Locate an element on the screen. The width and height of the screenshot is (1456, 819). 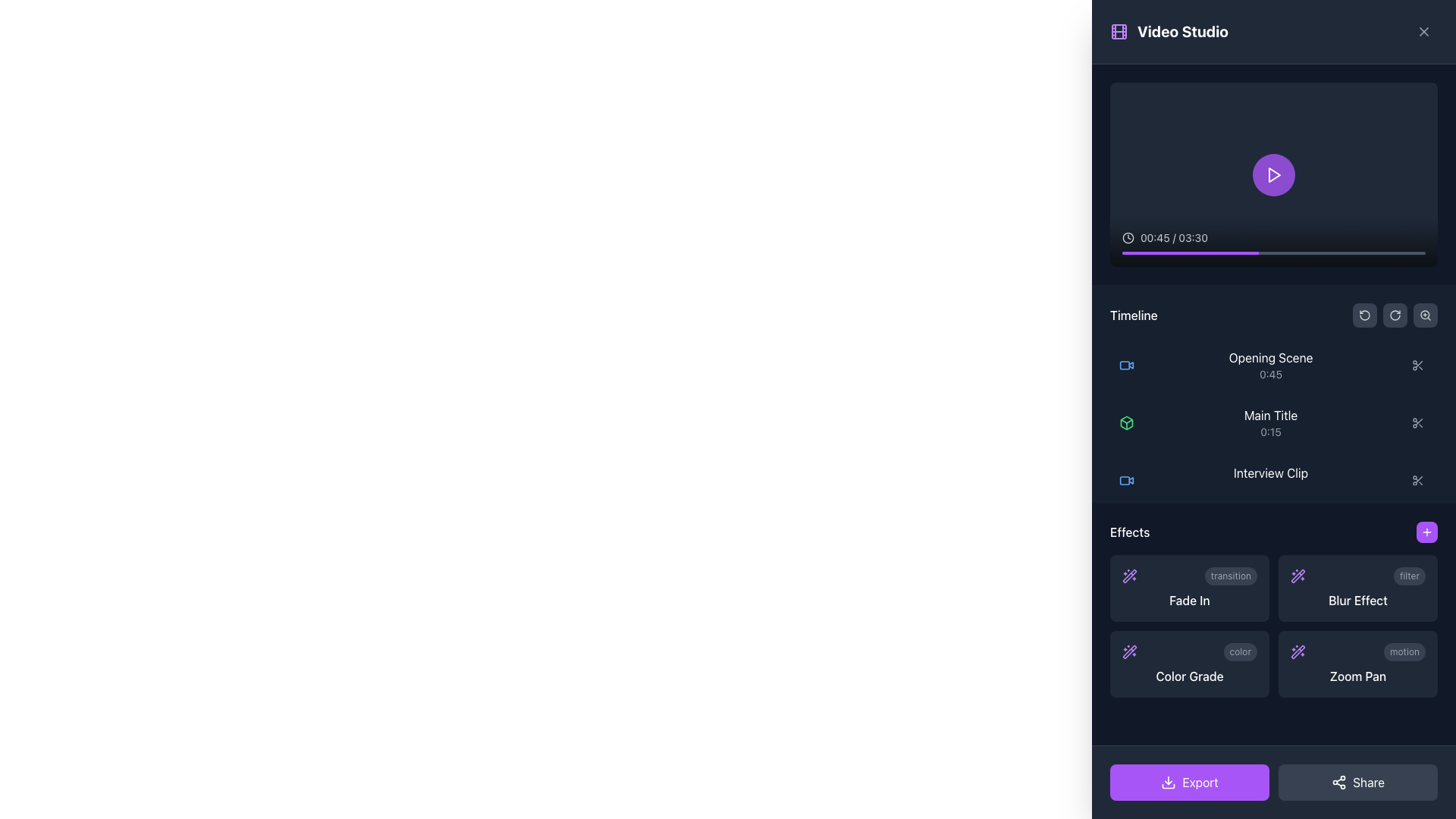
the icon button located at the rightmost position of the row associated with 'Main Title' and '0:15' in the timeline to invoke the cut action is located at coordinates (1417, 423).